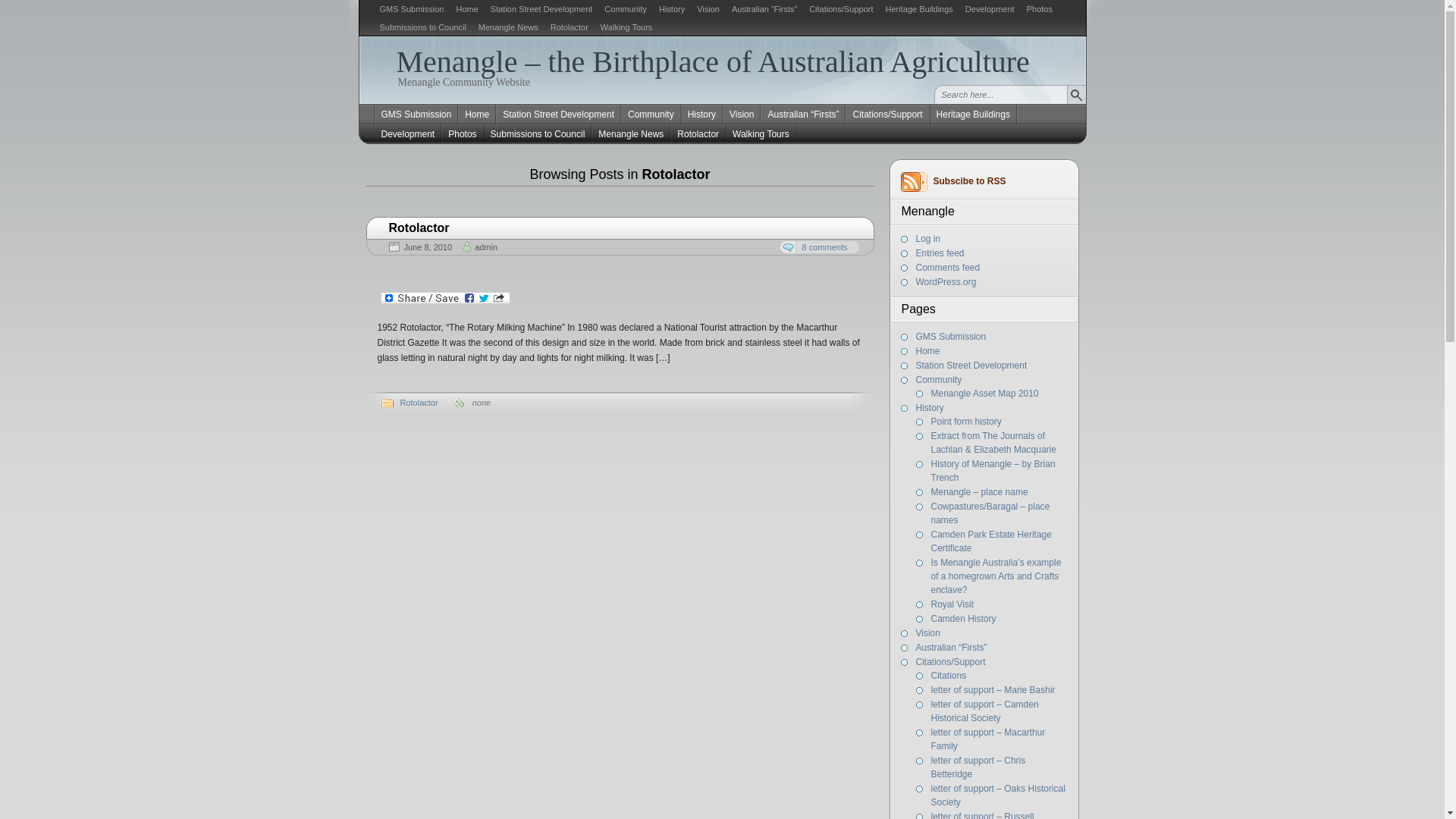 Image resolution: width=1456 pixels, height=819 pixels. What do you see at coordinates (963, 619) in the screenshot?
I see `'Camden History'` at bounding box center [963, 619].